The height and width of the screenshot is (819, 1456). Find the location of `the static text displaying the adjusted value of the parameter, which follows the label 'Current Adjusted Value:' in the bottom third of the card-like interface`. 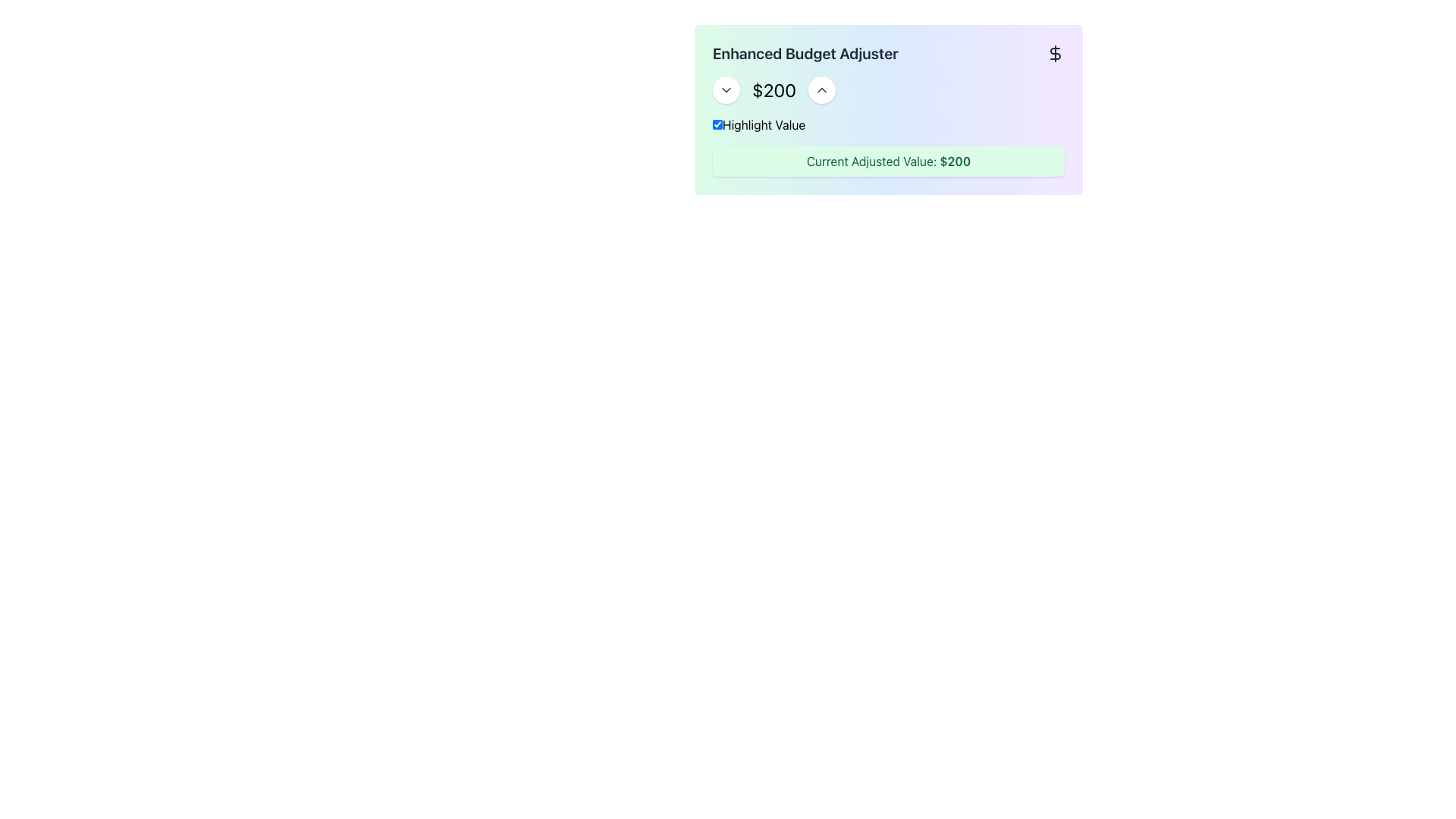

the static text displaying the adjusted value of the parameter, which follows the label 'Current Adjusted Value:' in the bottom third of the card-like interface is located at coordinates (954, 161).